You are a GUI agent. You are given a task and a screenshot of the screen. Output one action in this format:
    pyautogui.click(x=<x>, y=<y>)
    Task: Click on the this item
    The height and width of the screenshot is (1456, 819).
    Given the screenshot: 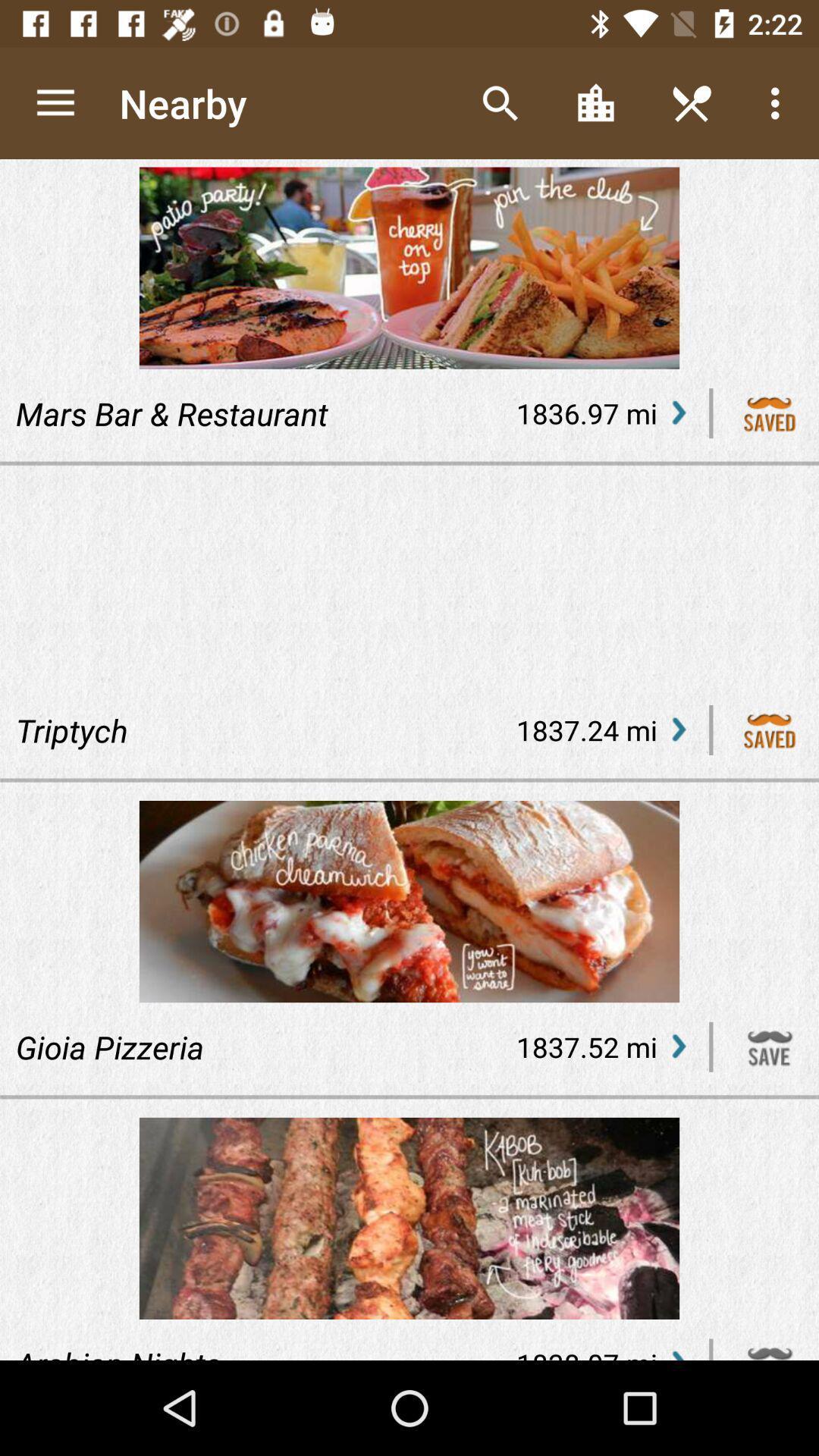 What is the action you would take?
    pyautogui.click(x=770, y=1046)
    